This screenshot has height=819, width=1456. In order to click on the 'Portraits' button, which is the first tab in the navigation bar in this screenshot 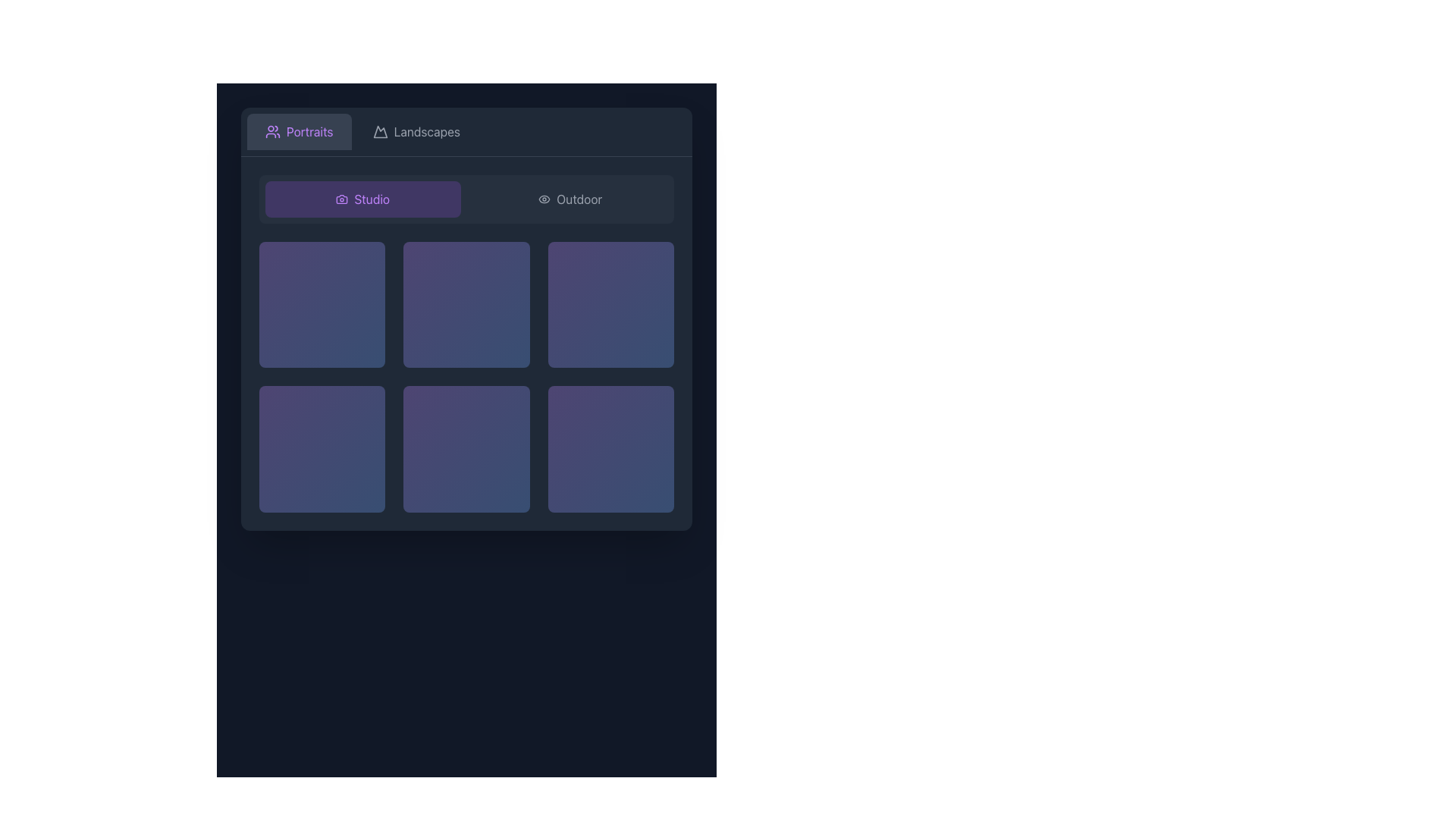, I will do `click(299, 130)`.